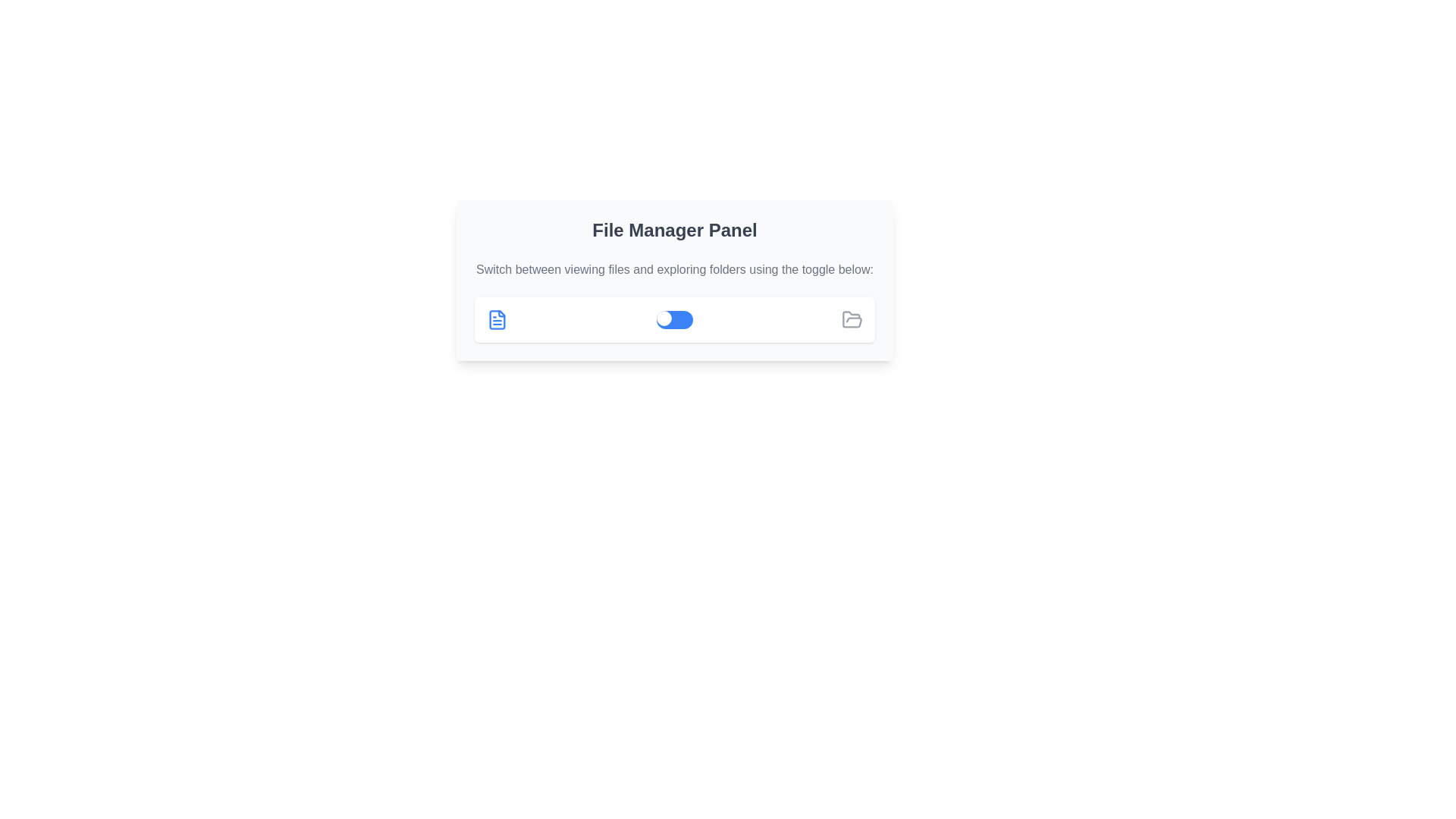 The image size is (1456, 819). Describe the element at coordinates (852, 318) in the screenshot. I see `the folder icon located in the center-left portion of the file management panel, which is designed to represent an open folder for file browsing` at that location.